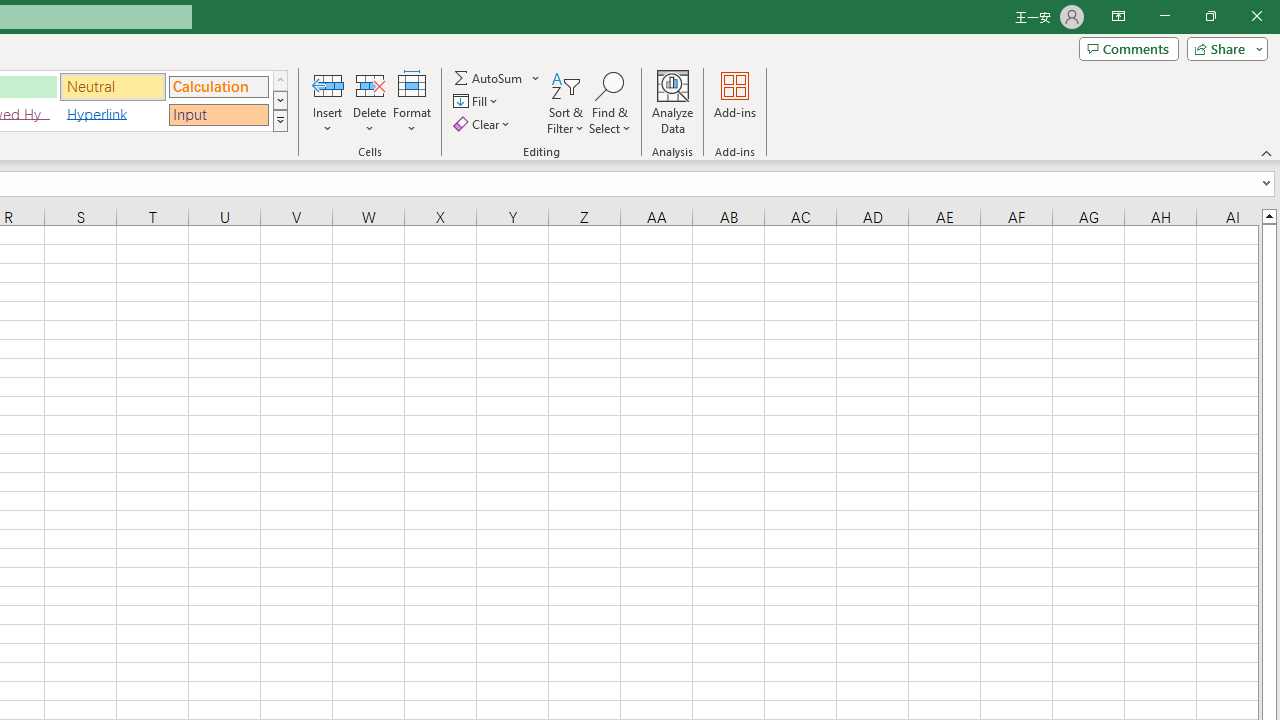  Describe the element at coordinates (279, 120) in the screenshot. I see `'Class: NetUIImage'` at that location.